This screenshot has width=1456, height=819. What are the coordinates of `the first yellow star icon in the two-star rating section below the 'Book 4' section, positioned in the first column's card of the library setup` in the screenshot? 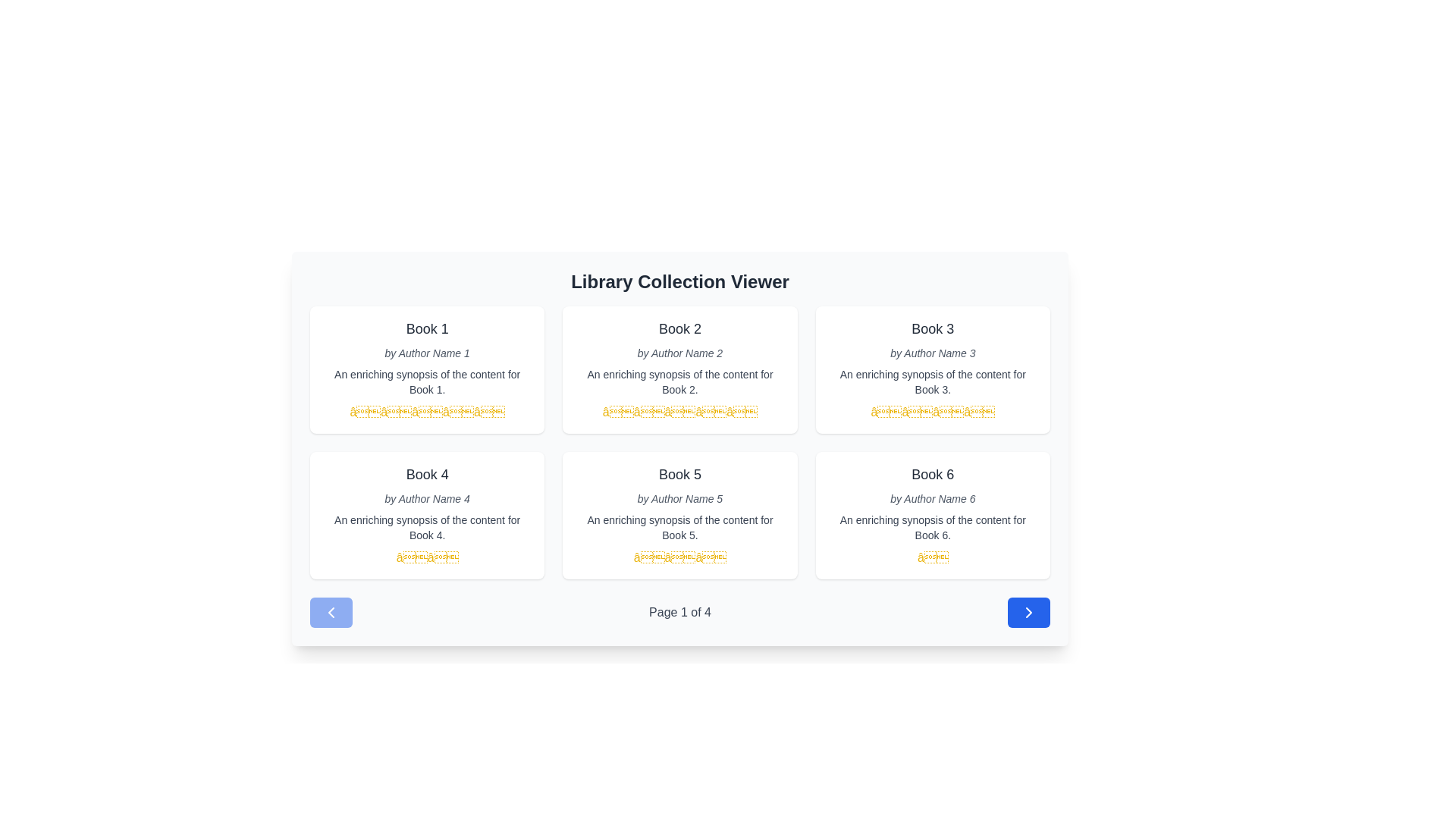 It's located at (412, 557).